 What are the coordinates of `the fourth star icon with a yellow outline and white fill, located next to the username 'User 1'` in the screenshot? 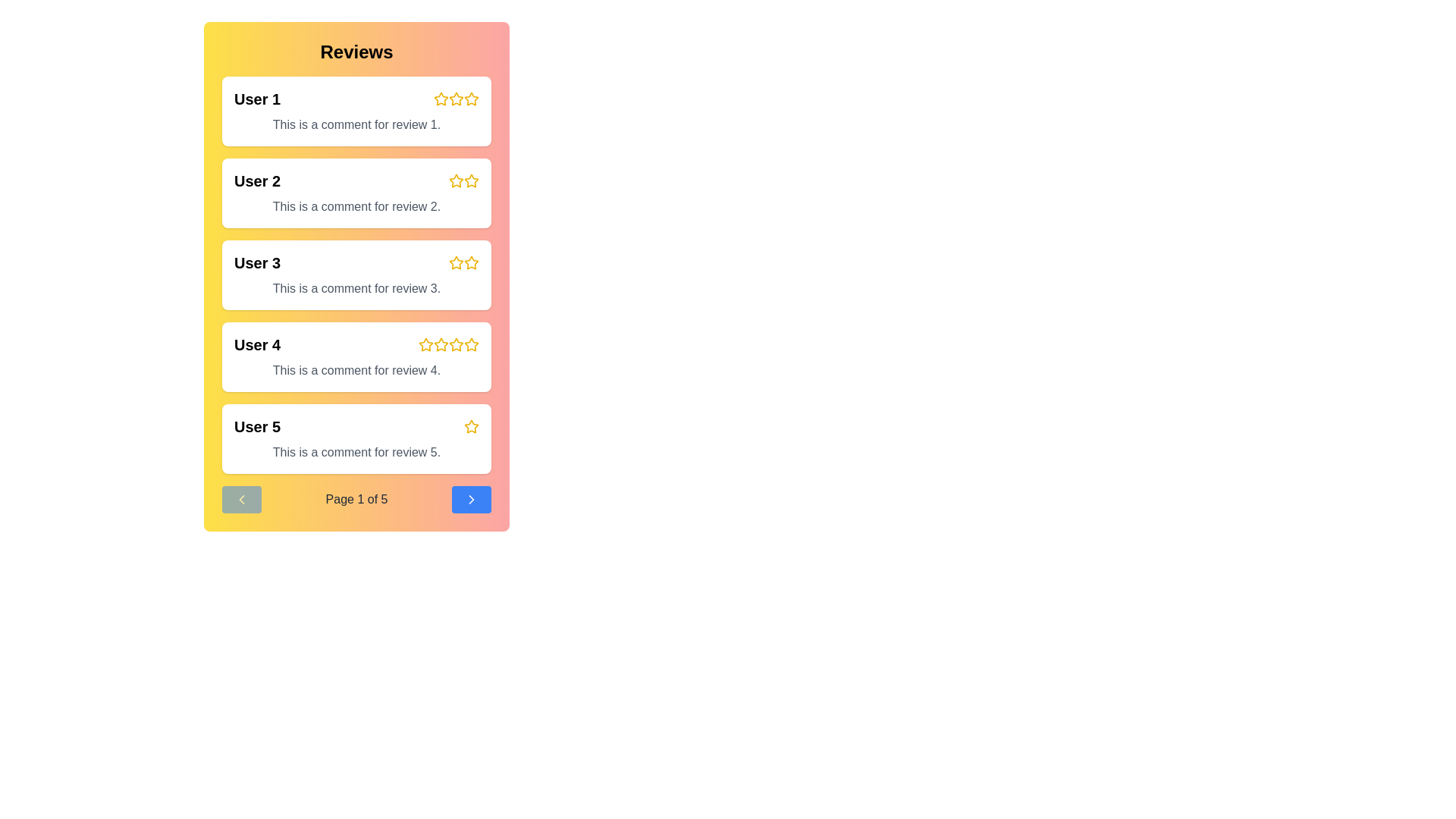 It's located at (471, 99).